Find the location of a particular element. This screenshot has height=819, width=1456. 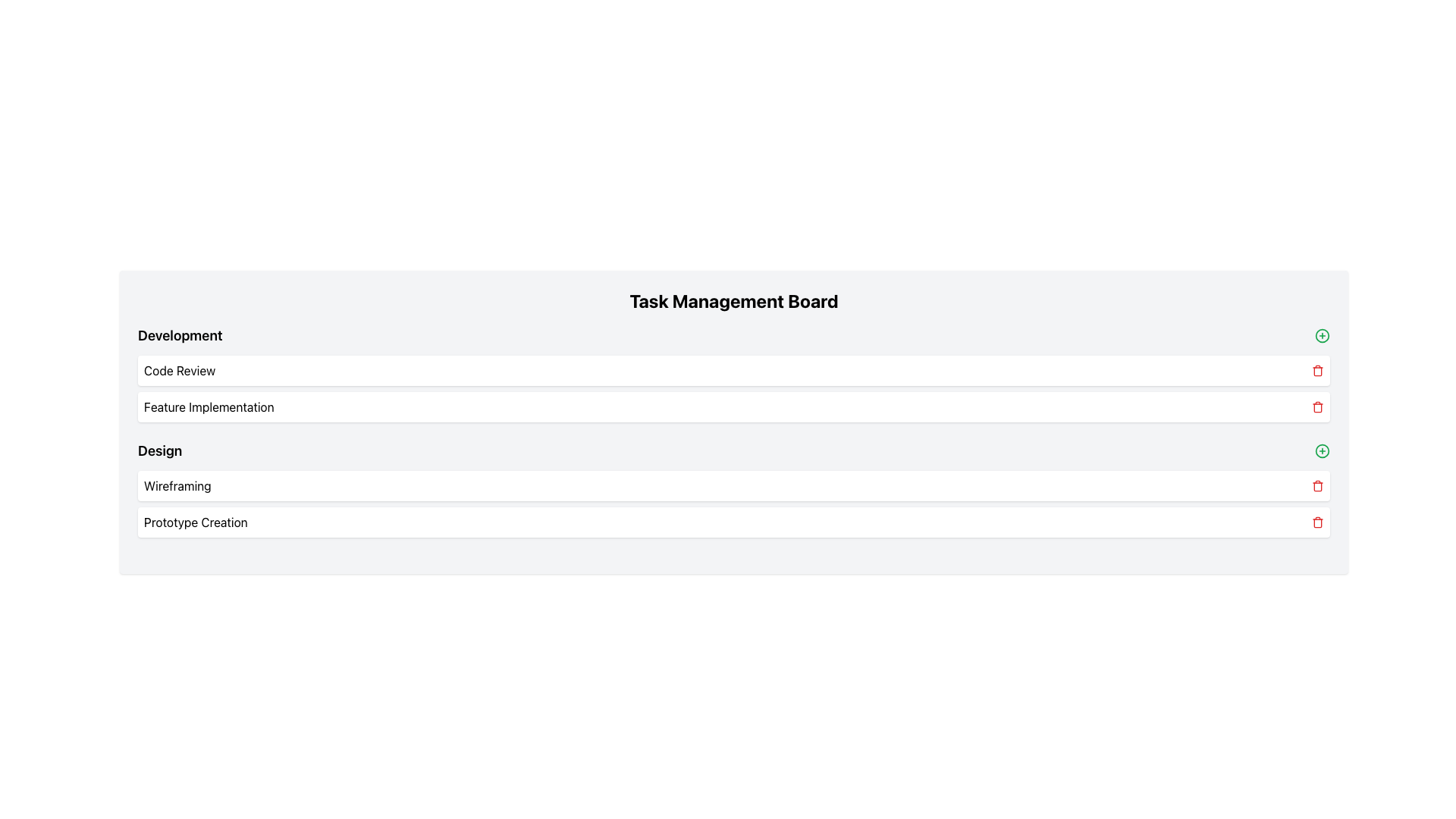

the circular icon button with a plus symbol, styled with a green outline, located to the right of the last item in the 'Design' section titled 'Prototype Creation' is located at coordinates (1321, 450).